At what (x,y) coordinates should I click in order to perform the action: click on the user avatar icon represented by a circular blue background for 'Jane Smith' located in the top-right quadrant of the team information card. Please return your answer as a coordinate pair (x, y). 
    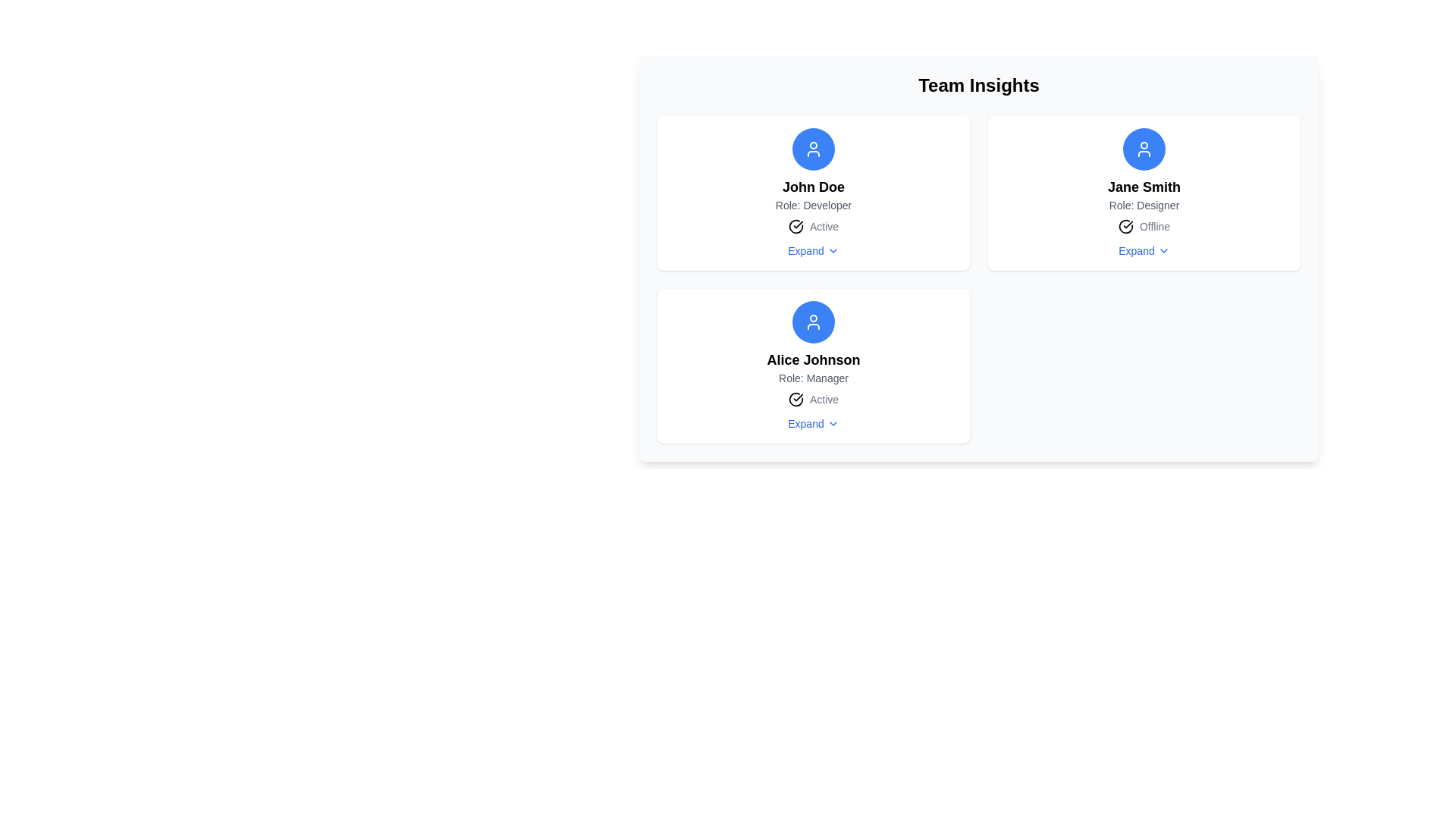
    Looking at the image, I should click on (1144, 149).